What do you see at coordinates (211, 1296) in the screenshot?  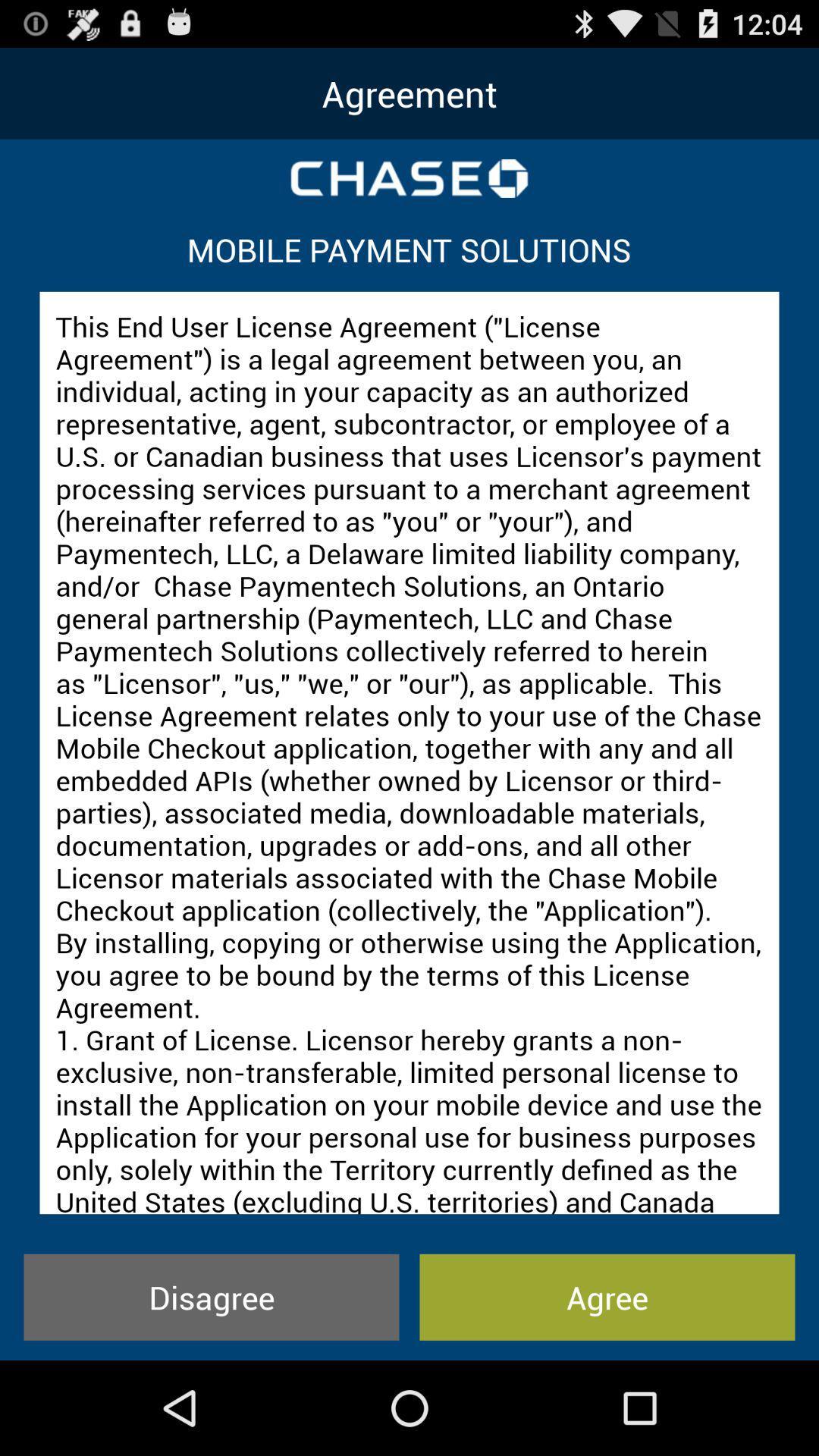 I see `disagree item` at bounding box center [211, 1296].